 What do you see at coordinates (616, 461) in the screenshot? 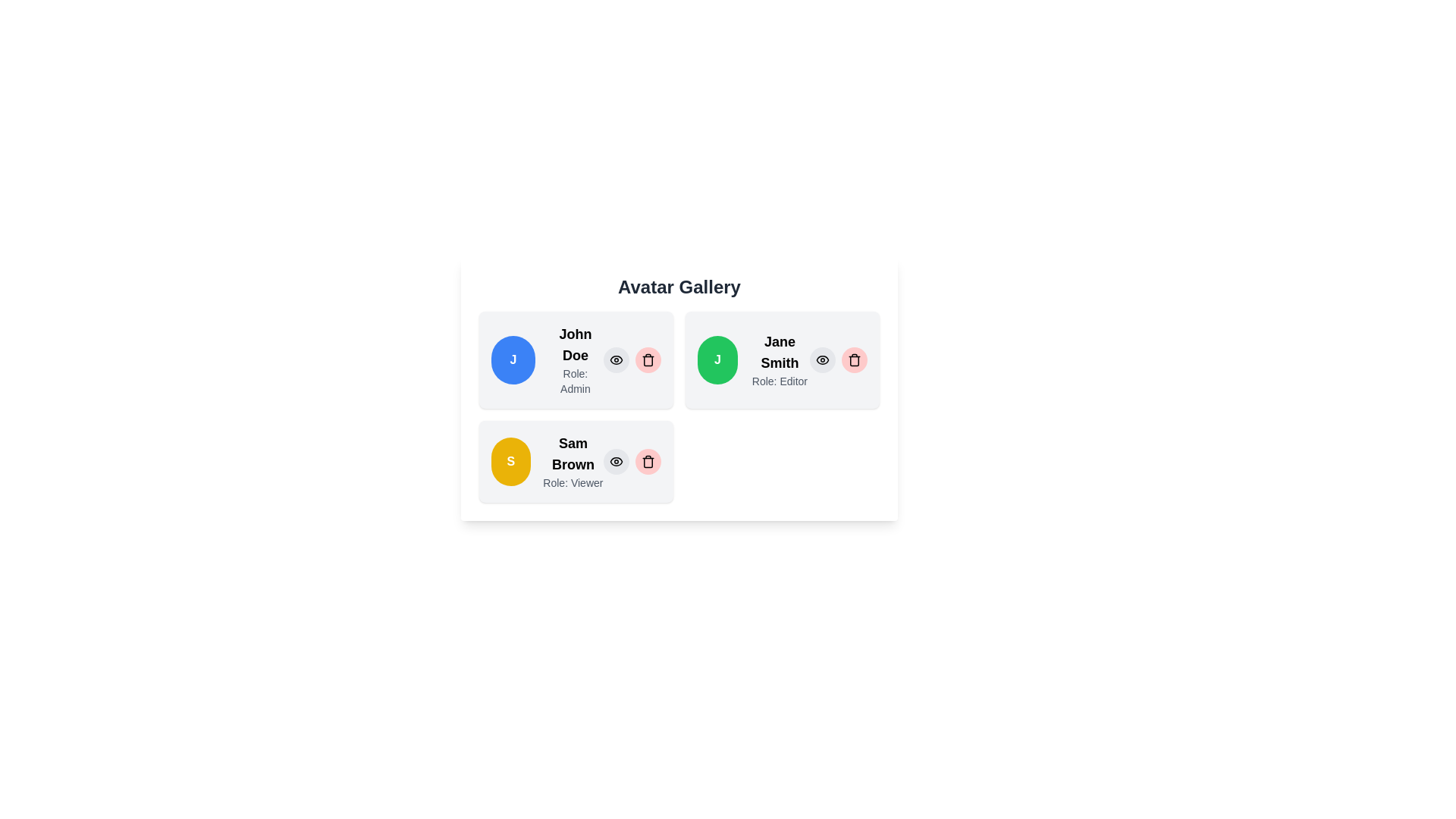
I see `the view icon SVG component representing the ability to make something visible, located in the Avatar Gallery for 'Sam Brown', adjacent to the user roles text and to the left of the red trash icon` at bounding box center [616, 461].